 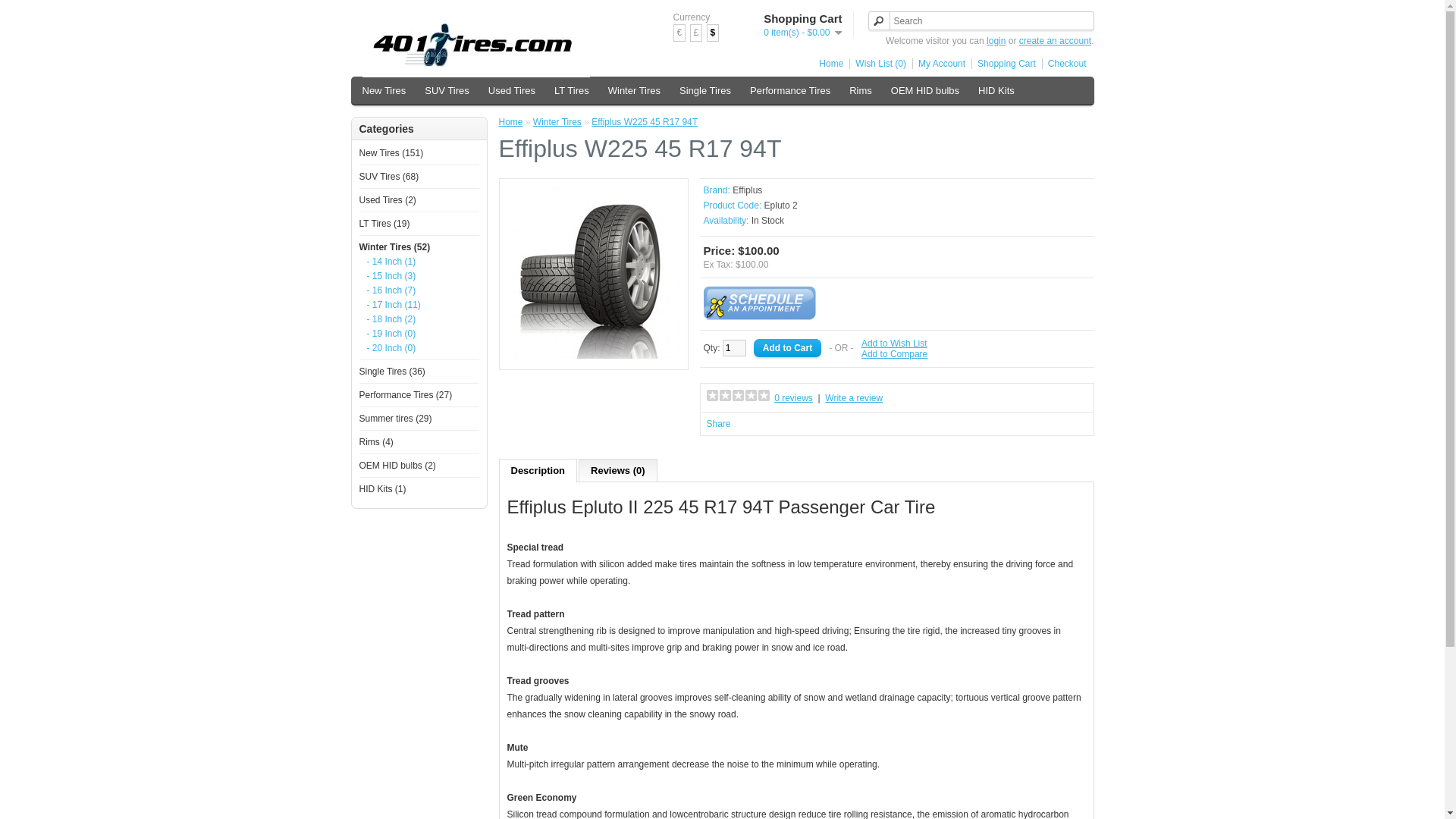 I want to click on 'LT Tires', so click(x=570, y=90).